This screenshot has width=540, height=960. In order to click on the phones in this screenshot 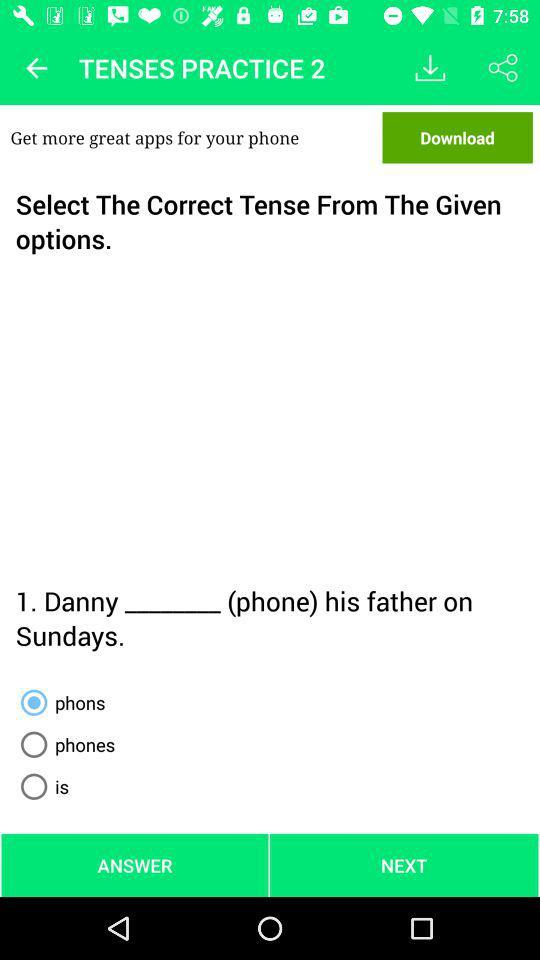, I will do `click(64, 743)`.